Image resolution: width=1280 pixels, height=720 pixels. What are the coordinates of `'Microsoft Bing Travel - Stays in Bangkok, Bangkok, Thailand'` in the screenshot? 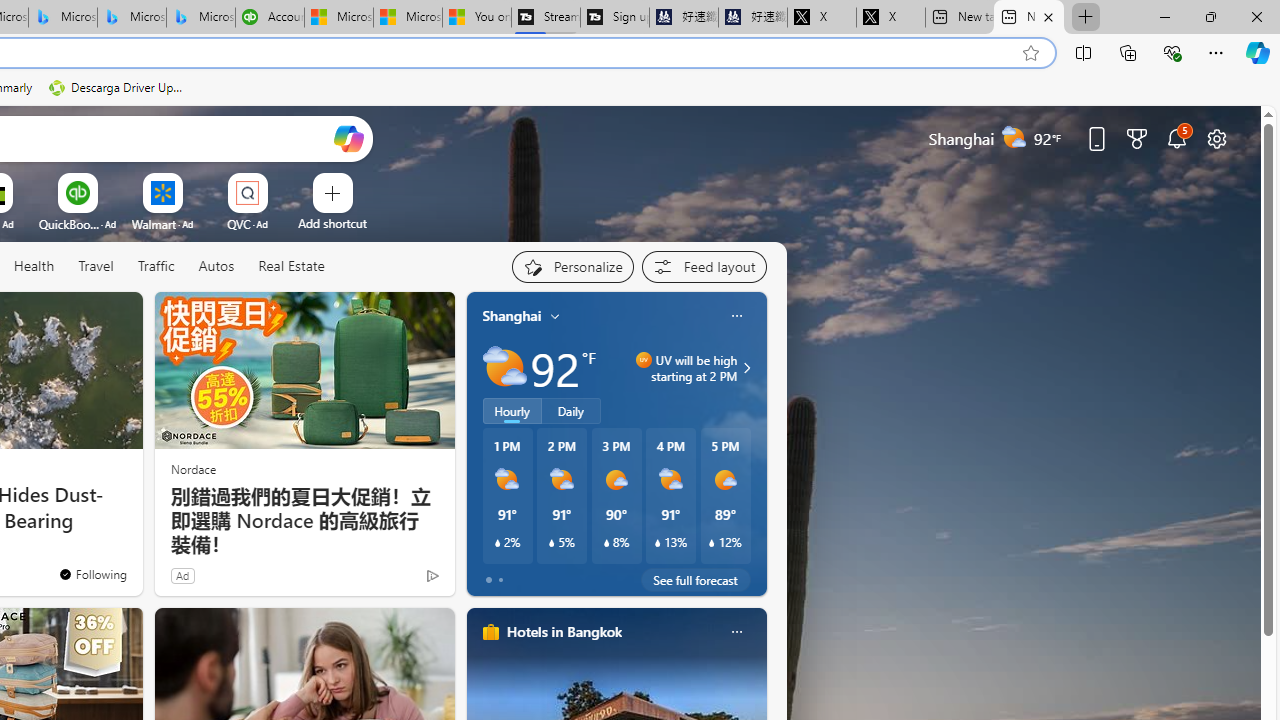 It's located at (63, 17).